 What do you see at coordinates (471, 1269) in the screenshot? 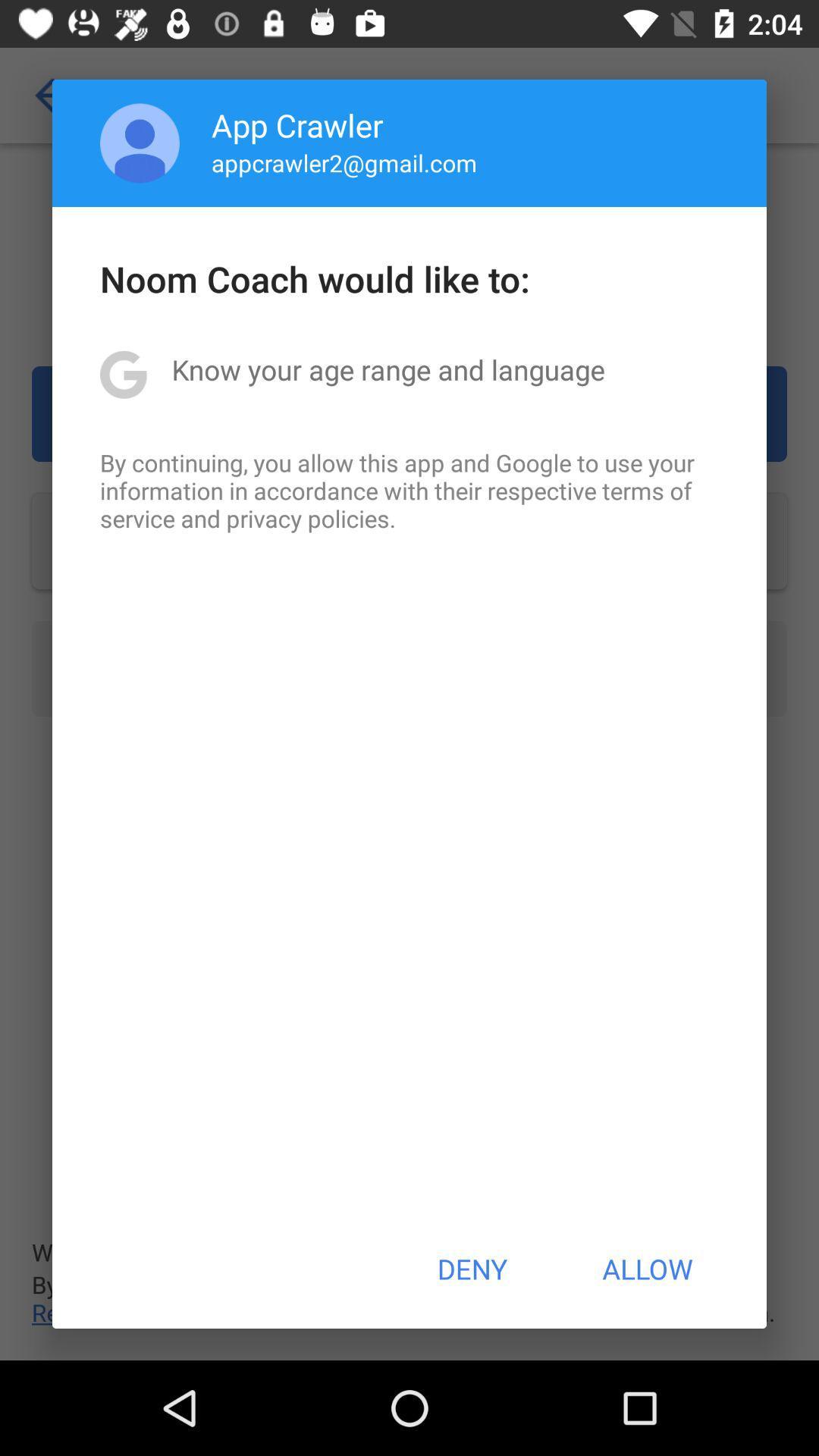
I see `the item at the bottom` at bounding box center [471, 1269].